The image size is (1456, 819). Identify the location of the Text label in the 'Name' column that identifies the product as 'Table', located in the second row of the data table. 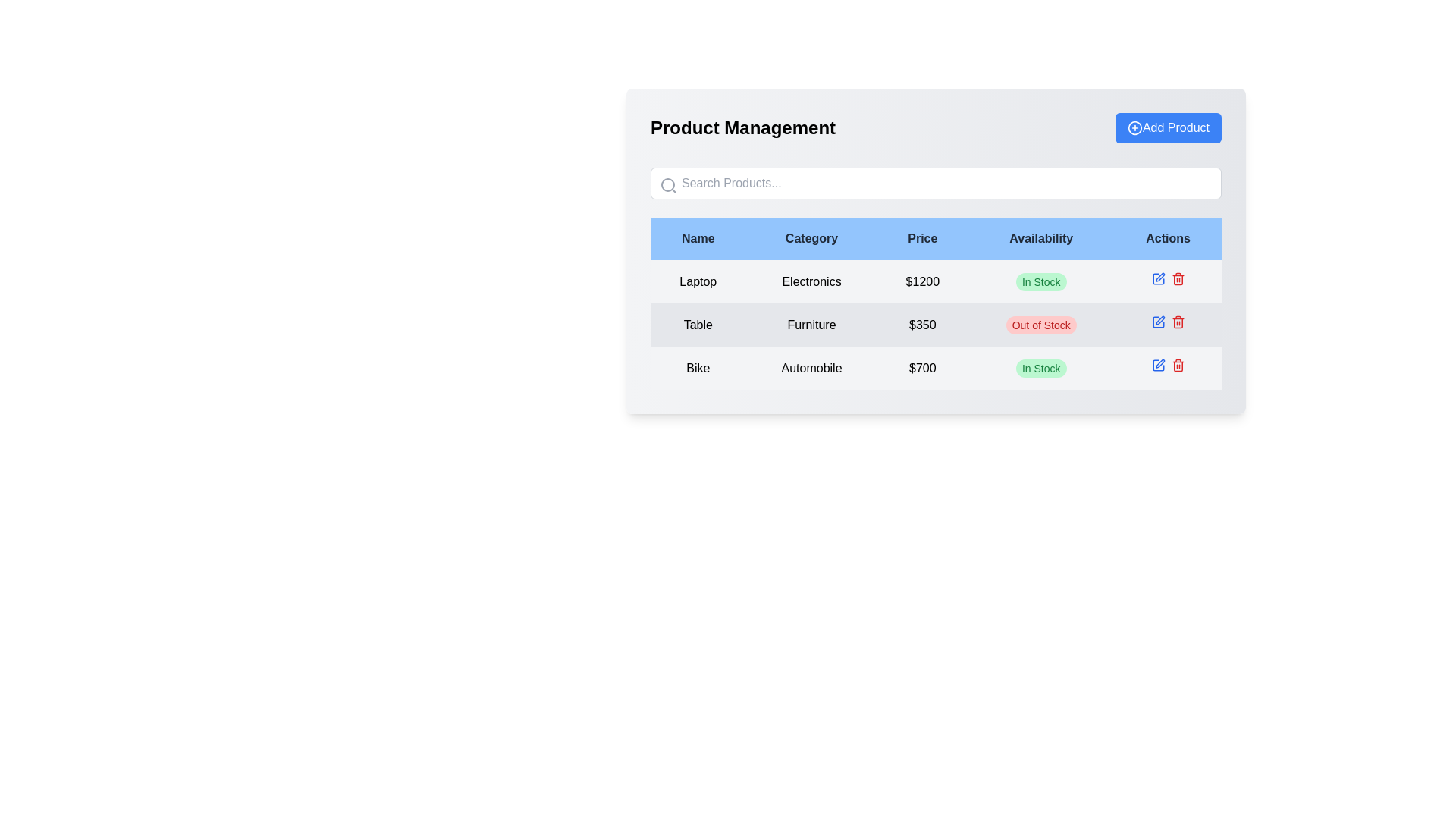
(697, 324).